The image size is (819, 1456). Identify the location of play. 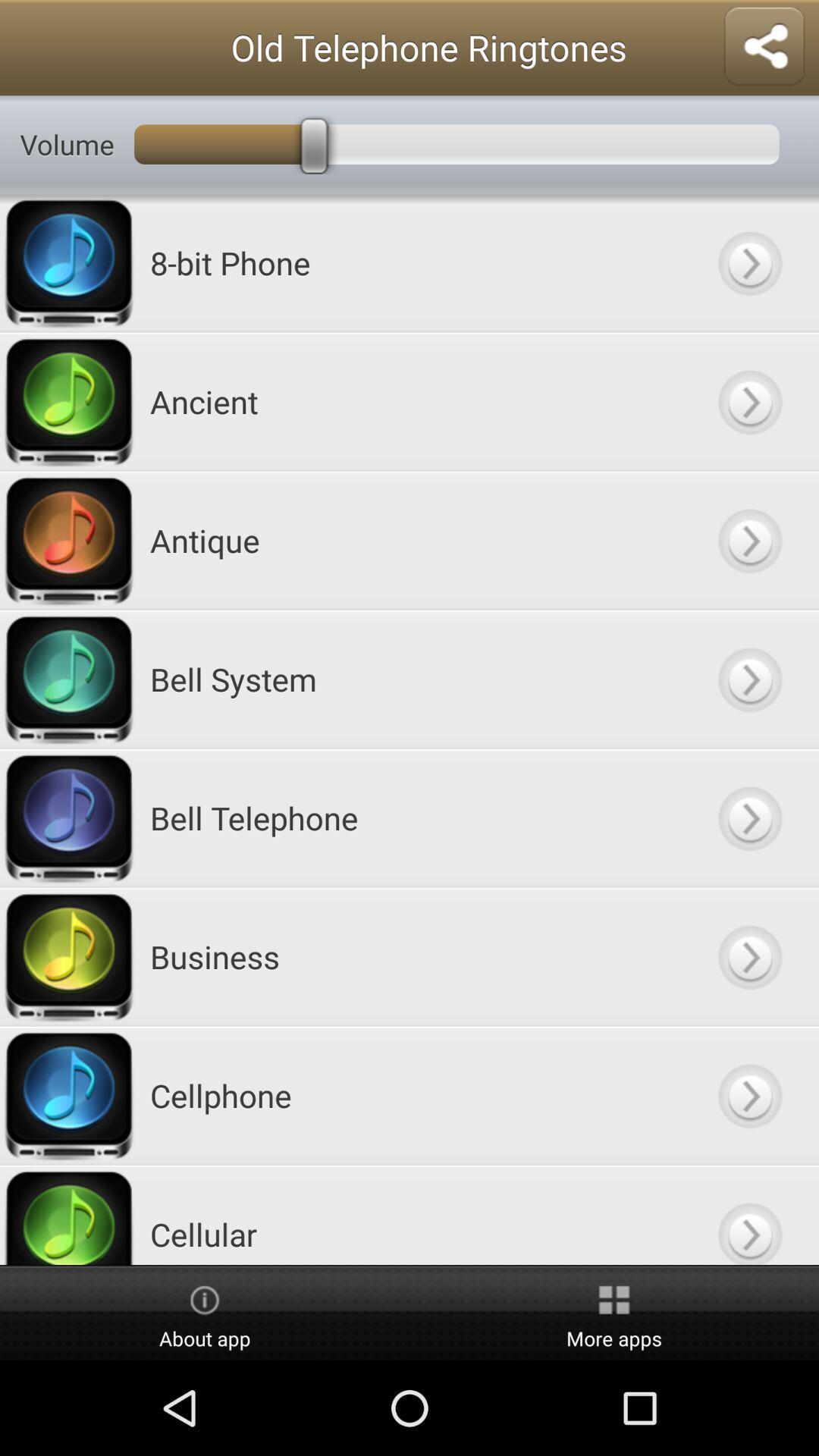
(748, 955).